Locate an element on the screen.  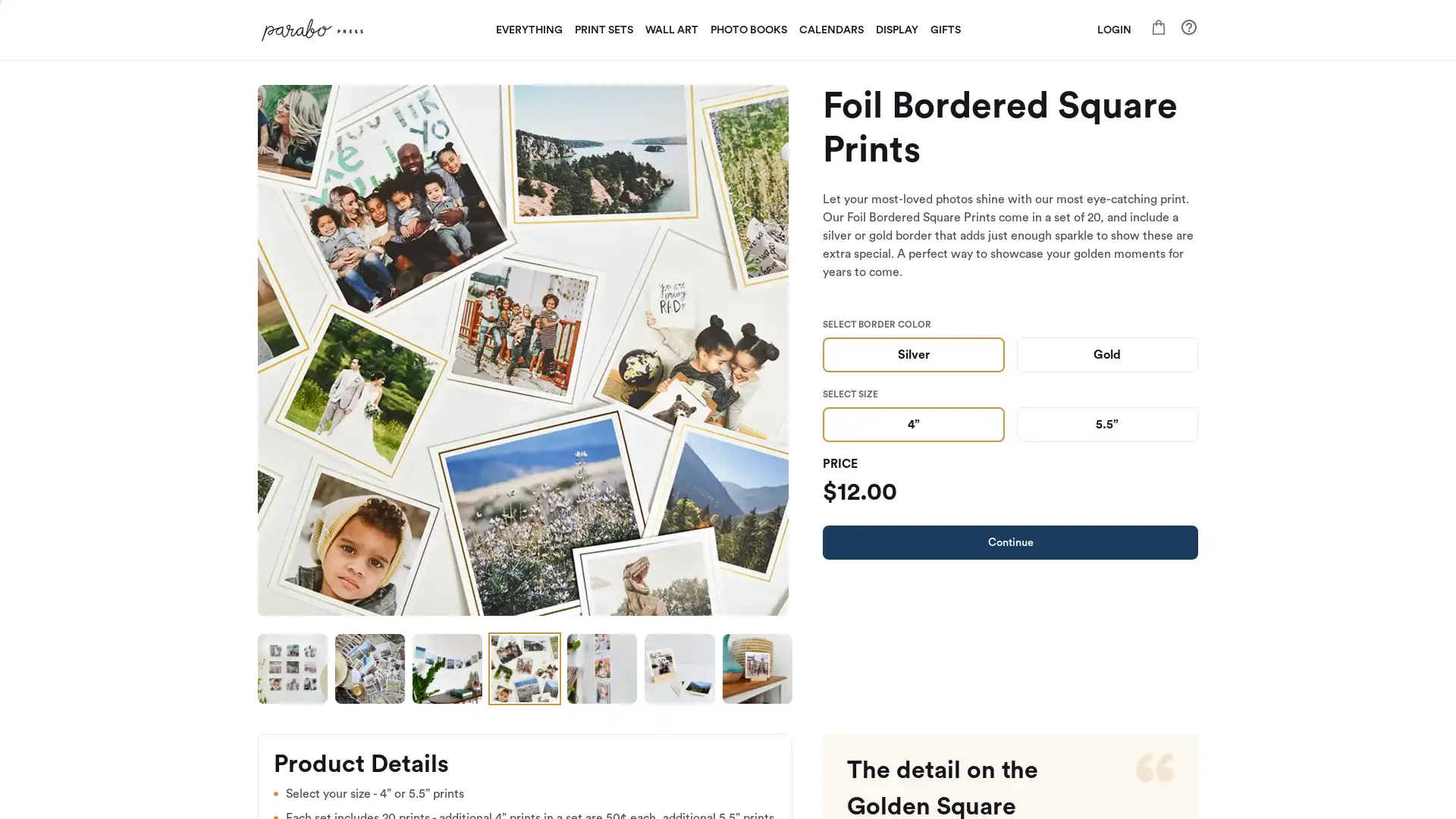
slide dot is located at coordinates (757, 668).